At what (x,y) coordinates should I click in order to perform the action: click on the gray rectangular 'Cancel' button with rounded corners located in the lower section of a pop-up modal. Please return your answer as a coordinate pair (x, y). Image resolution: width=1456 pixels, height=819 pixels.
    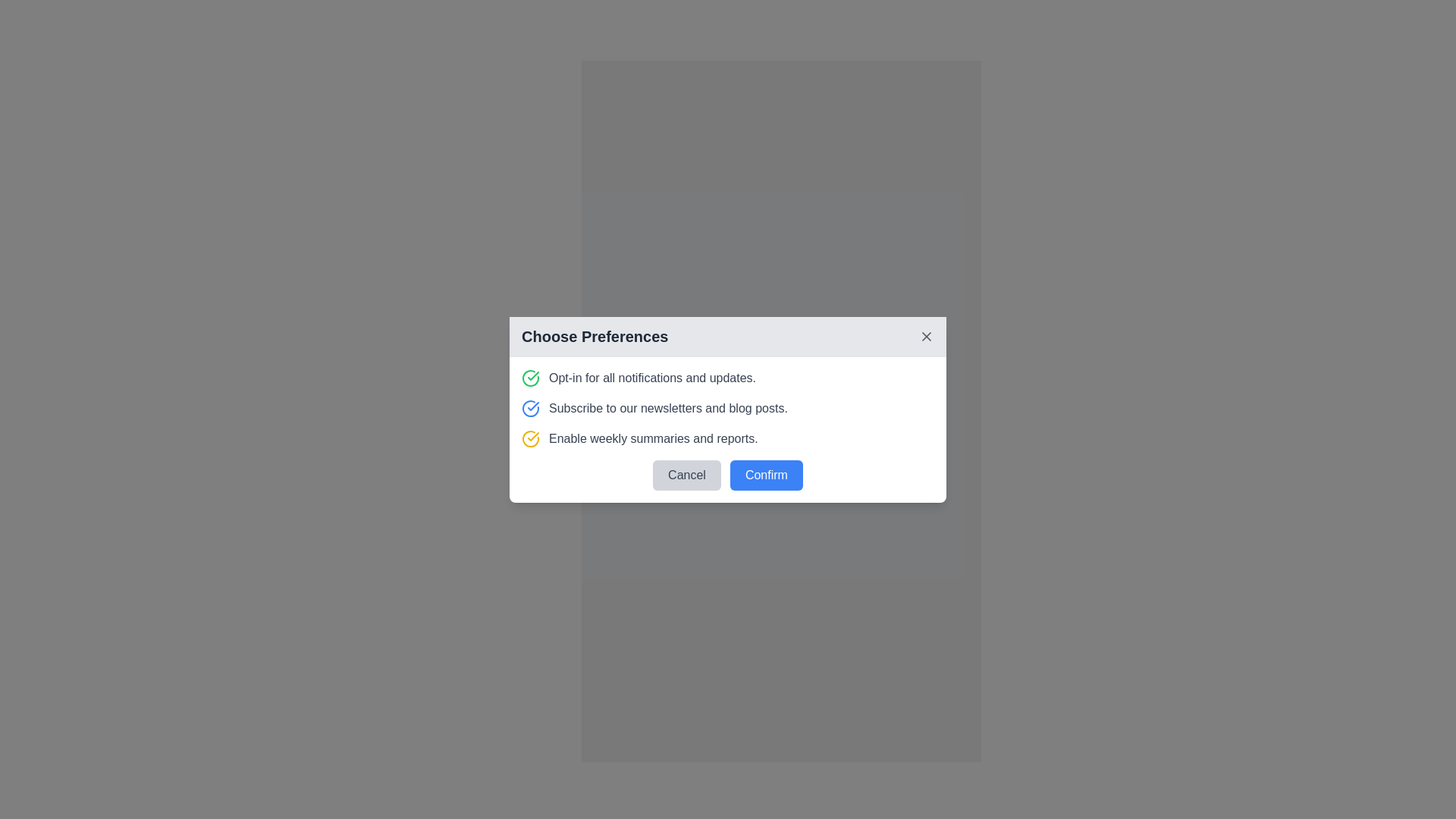
    Looking at the image, I should click on (686, 474).